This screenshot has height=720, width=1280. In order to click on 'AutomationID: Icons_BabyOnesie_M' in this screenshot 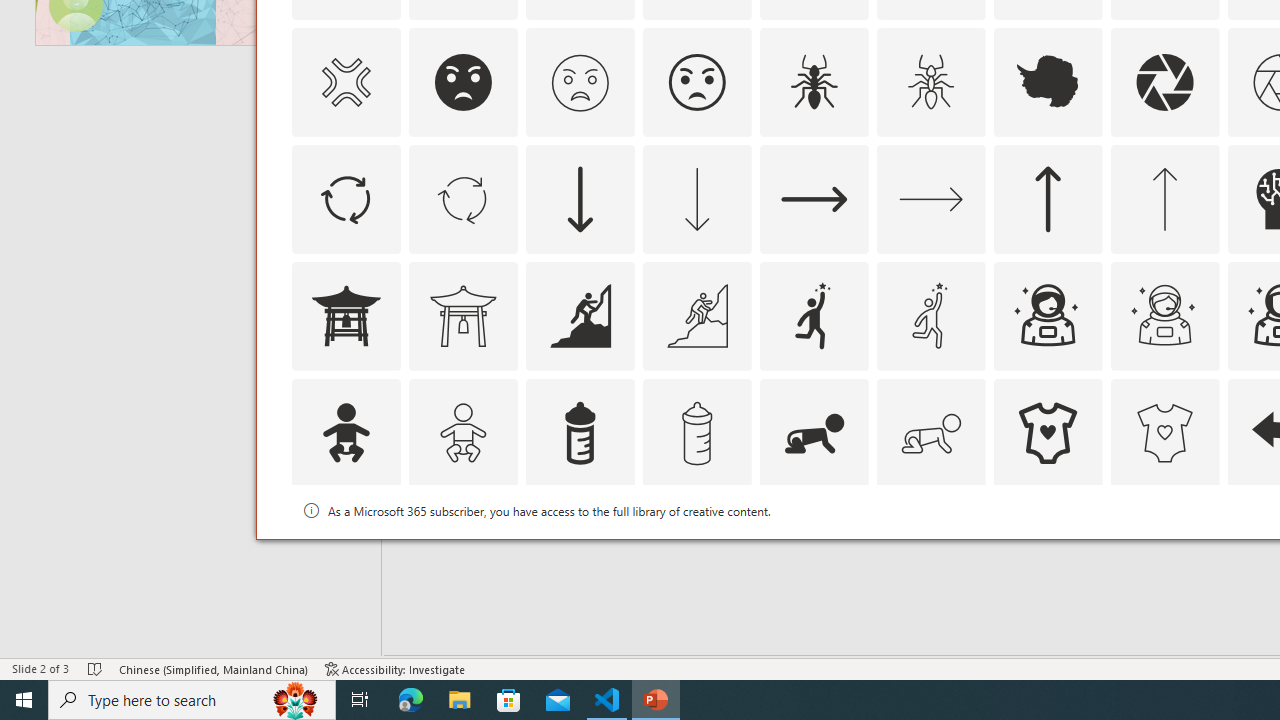, I will do `click(1164, 431)`.